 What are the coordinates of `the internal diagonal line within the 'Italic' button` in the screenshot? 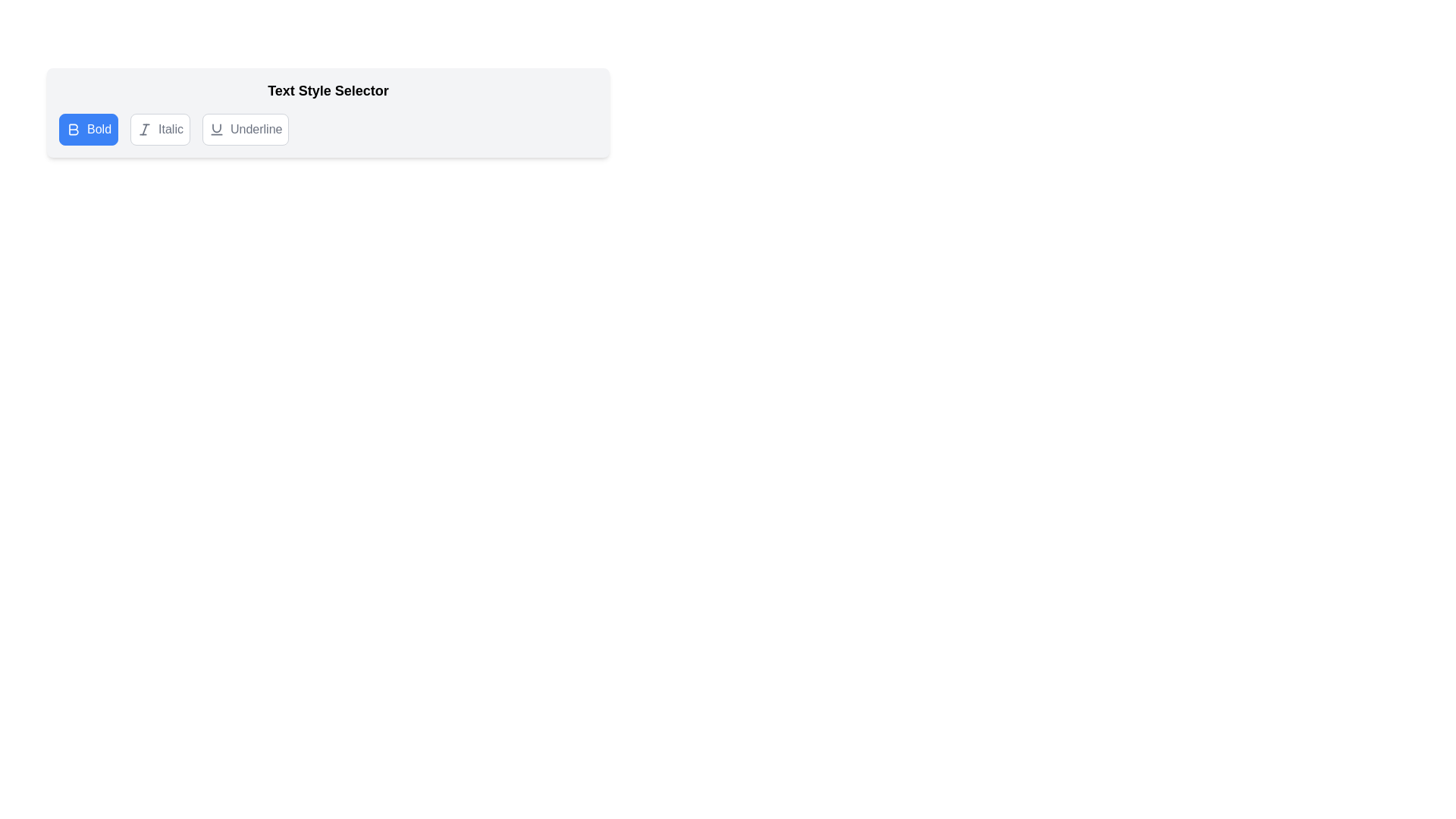 It's located at (145, 128).